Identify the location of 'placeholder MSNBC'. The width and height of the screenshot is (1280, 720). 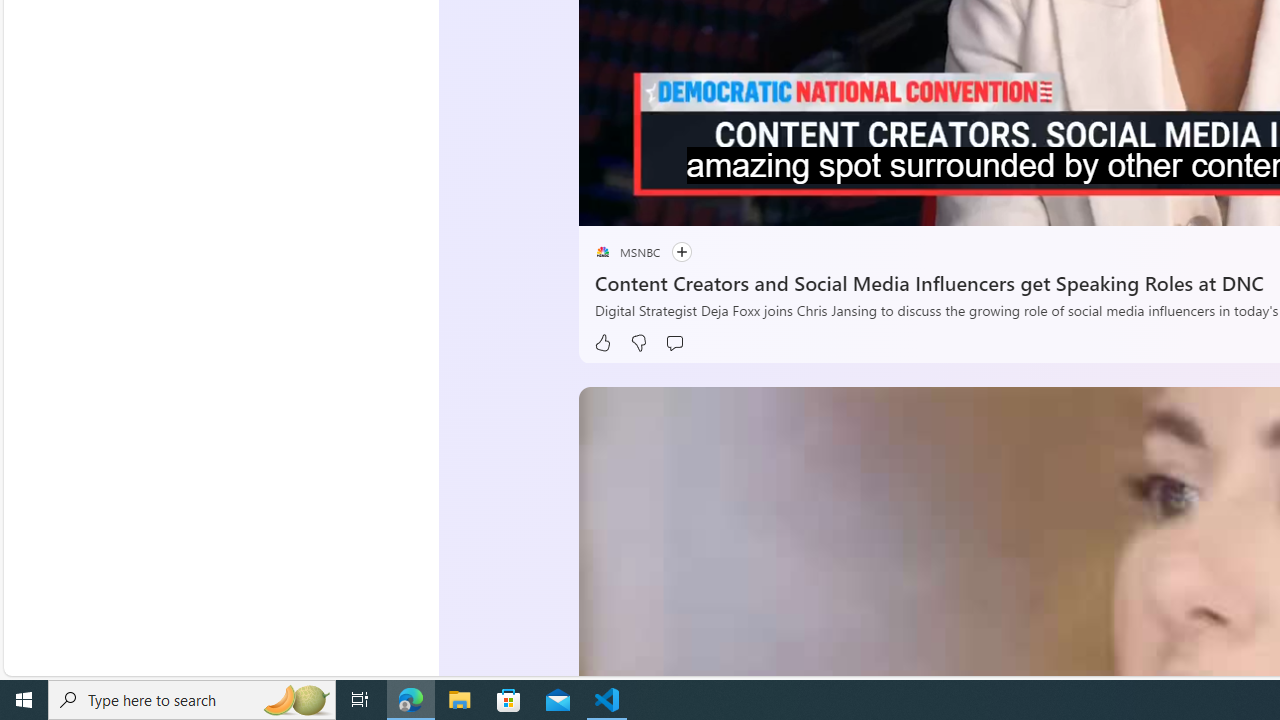
(626, 251).